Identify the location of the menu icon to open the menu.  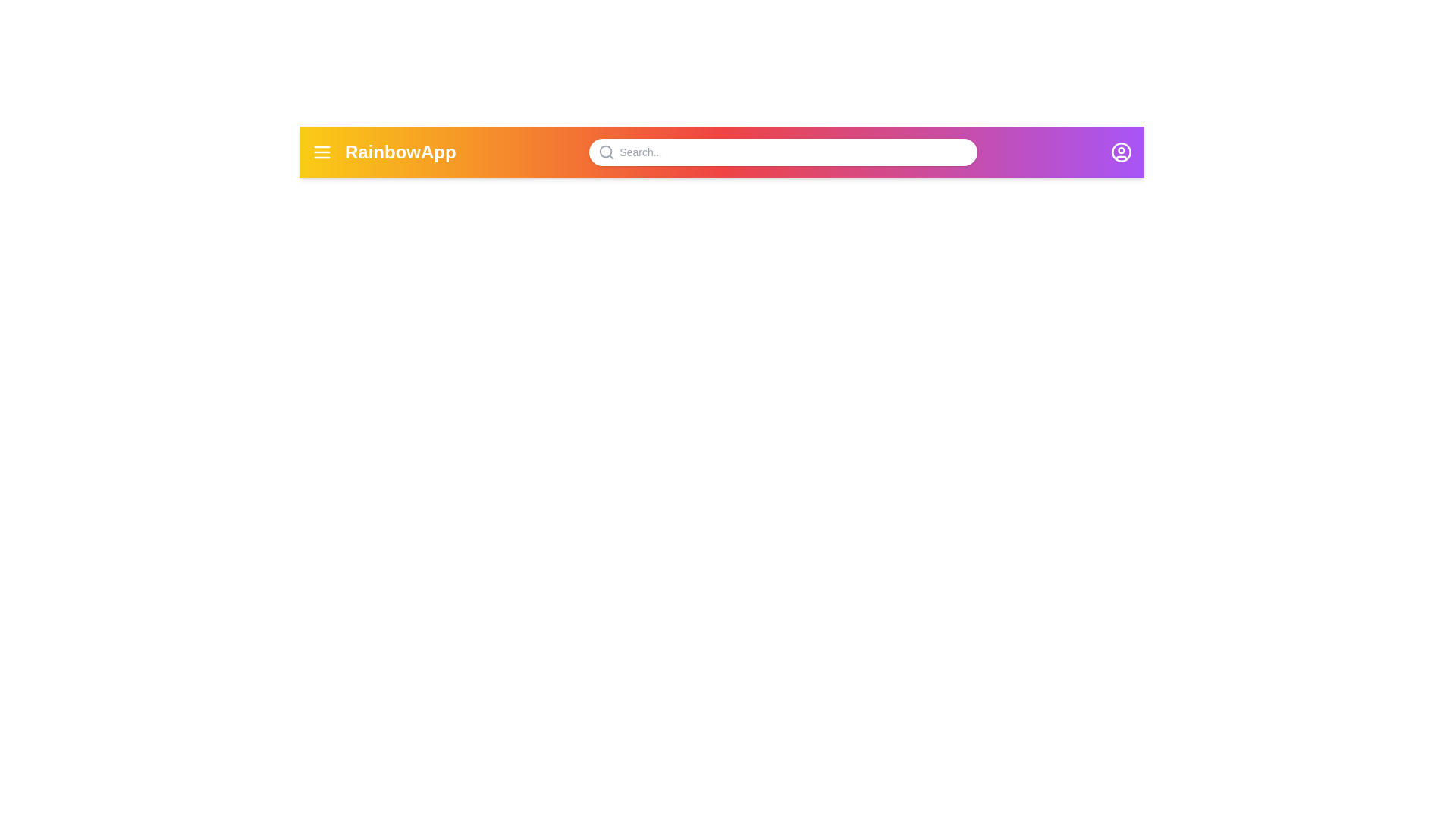
(322, 152).